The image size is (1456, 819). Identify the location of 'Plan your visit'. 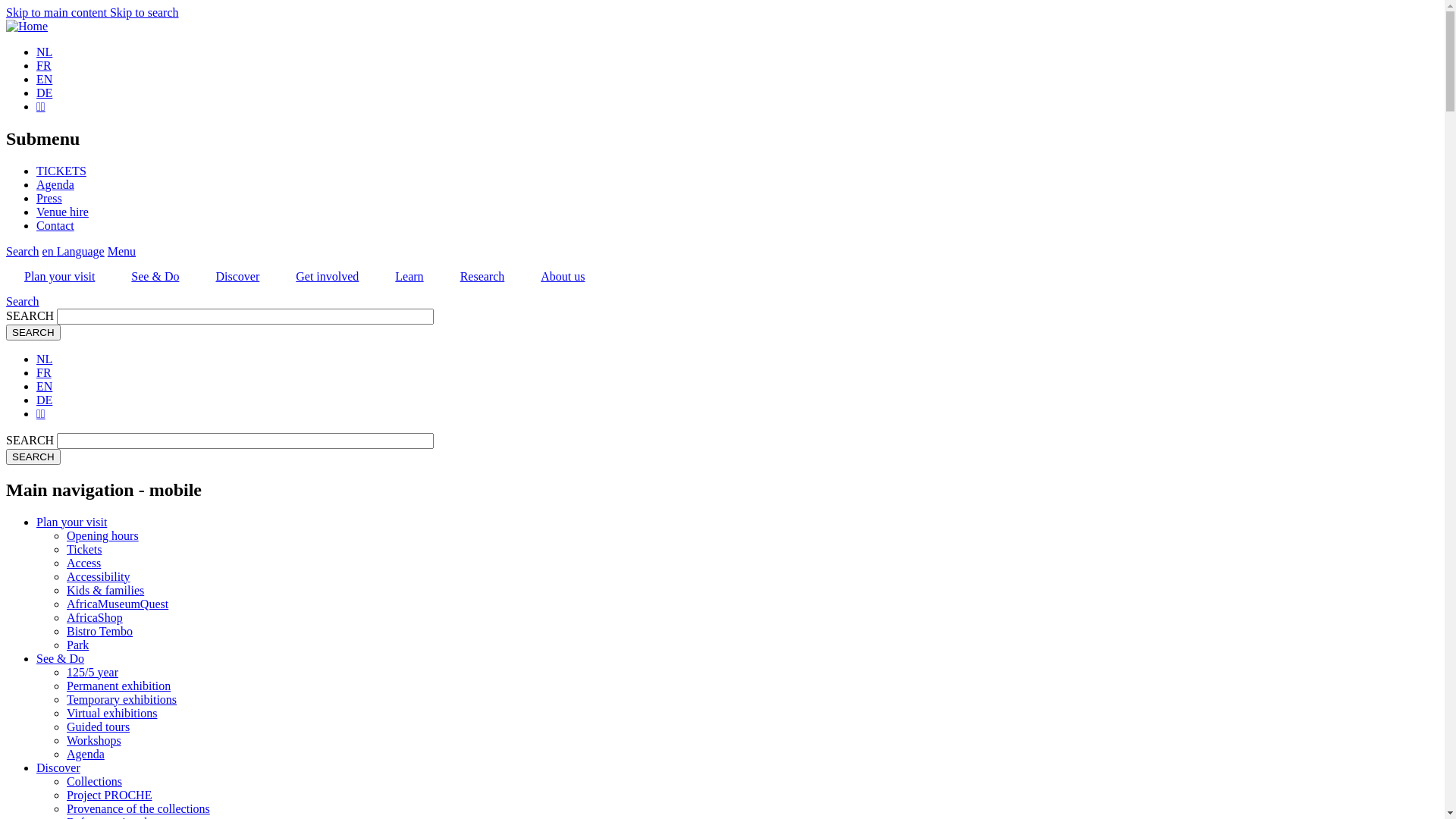
(59, 277).